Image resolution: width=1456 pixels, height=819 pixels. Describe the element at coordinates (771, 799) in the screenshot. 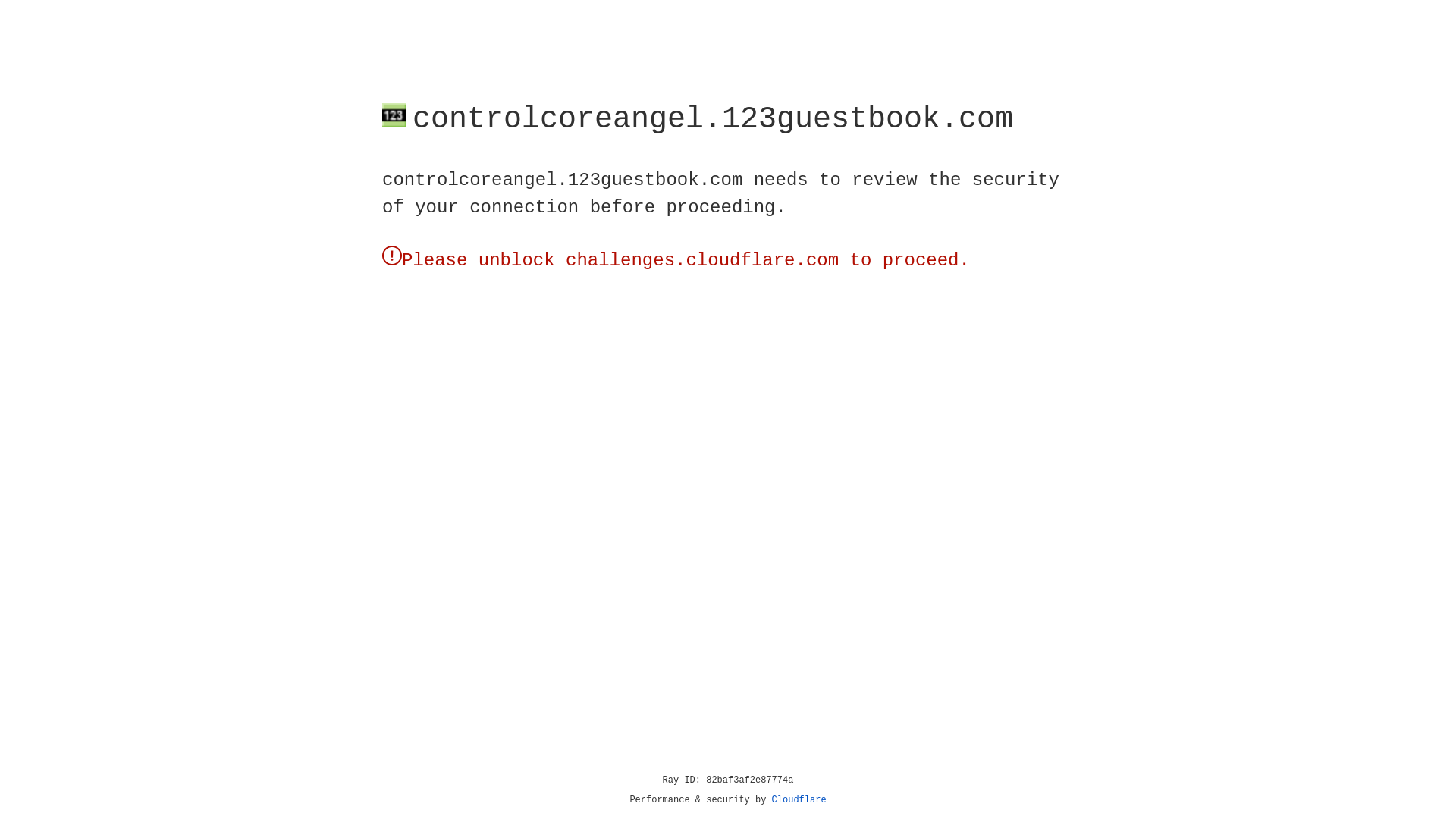

I see `'Cloudflare'` at that location.